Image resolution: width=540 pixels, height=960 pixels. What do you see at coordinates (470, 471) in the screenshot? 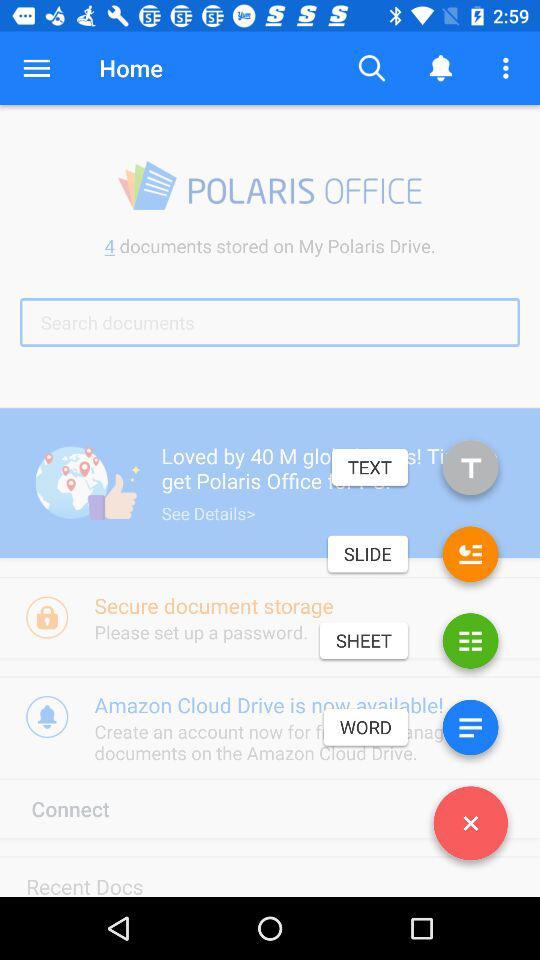
I see `the item to the right of the text icon` at bounding box center [470, 471].